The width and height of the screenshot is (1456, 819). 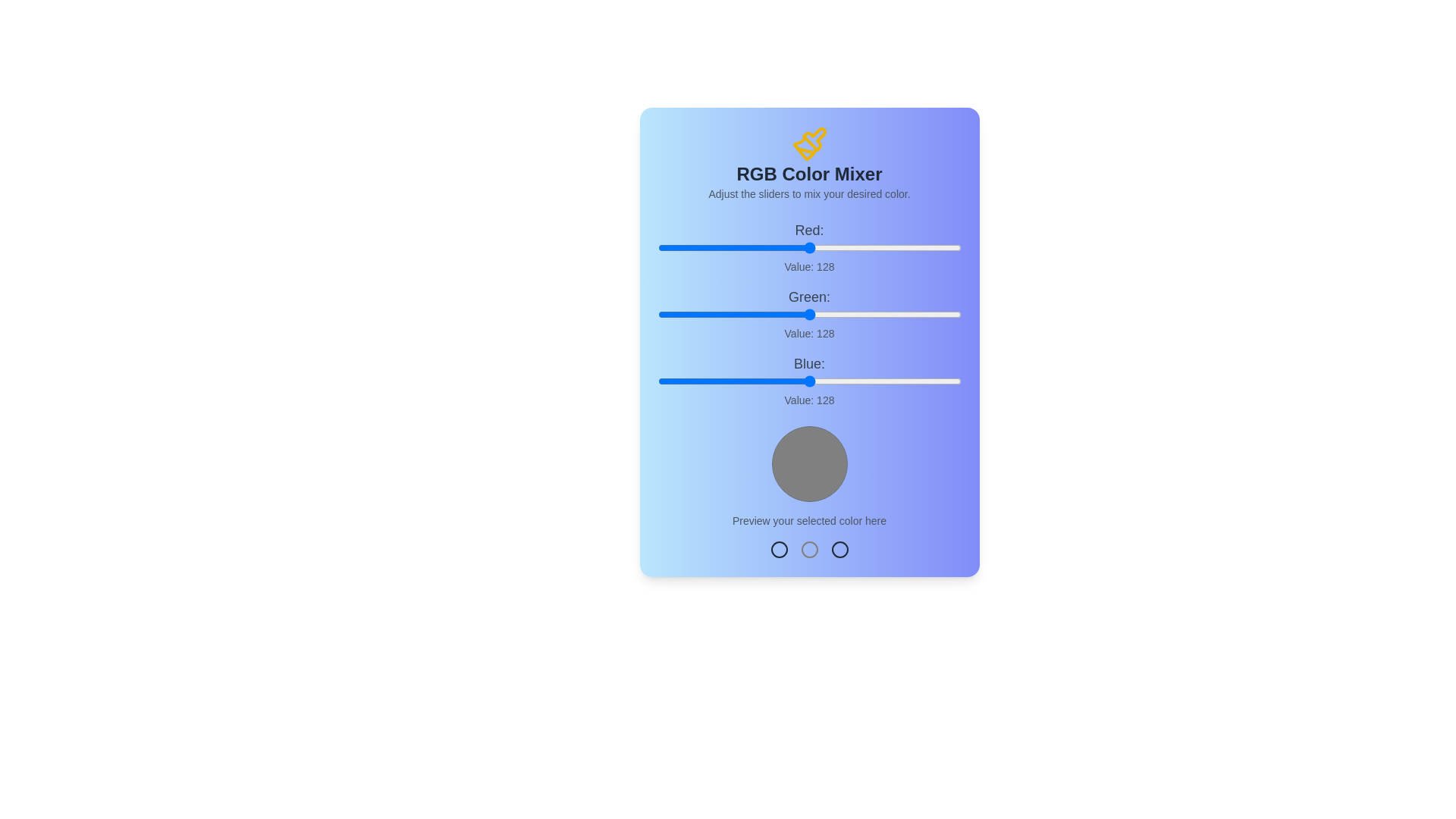 I want to click on the green slider to set the green value to 254, so click(x=959, y=314).